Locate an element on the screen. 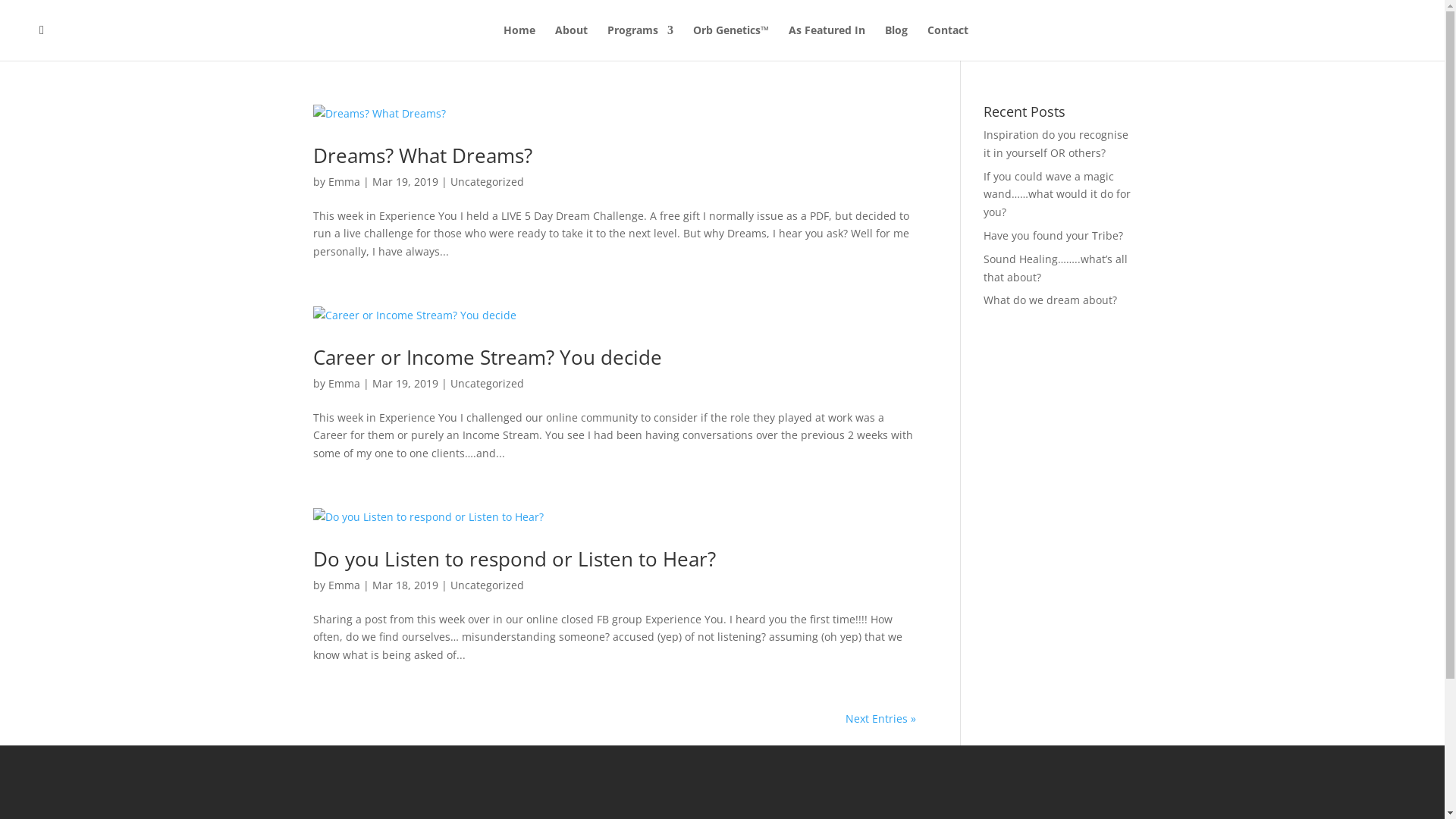 Image resolution: width=1456 pixels, height=819 pixels. 'Emma' is located at coordinates (342, 180).